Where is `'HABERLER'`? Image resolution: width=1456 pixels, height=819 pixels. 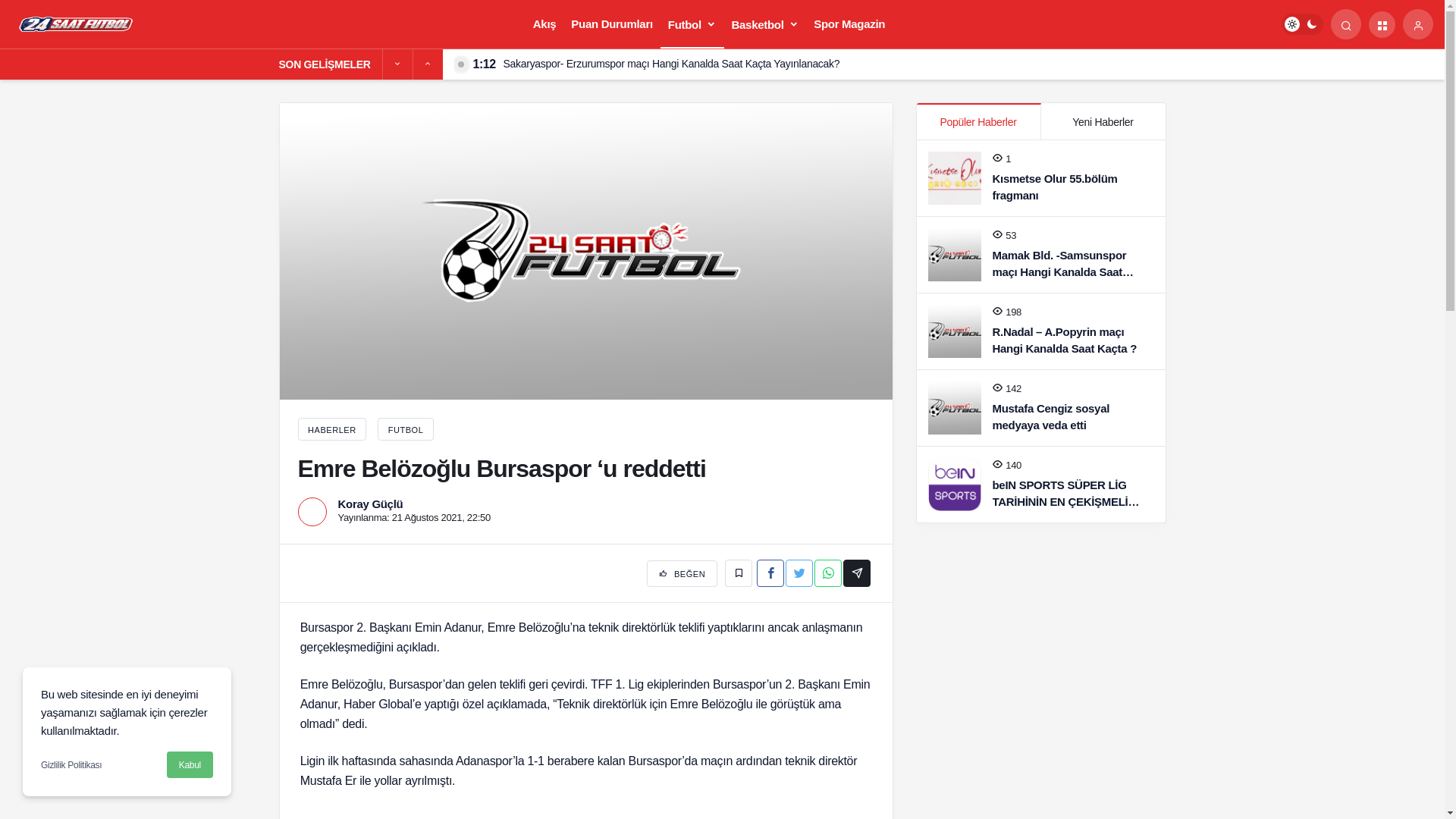
'HABERLER' is located at coordinates (331, 429).